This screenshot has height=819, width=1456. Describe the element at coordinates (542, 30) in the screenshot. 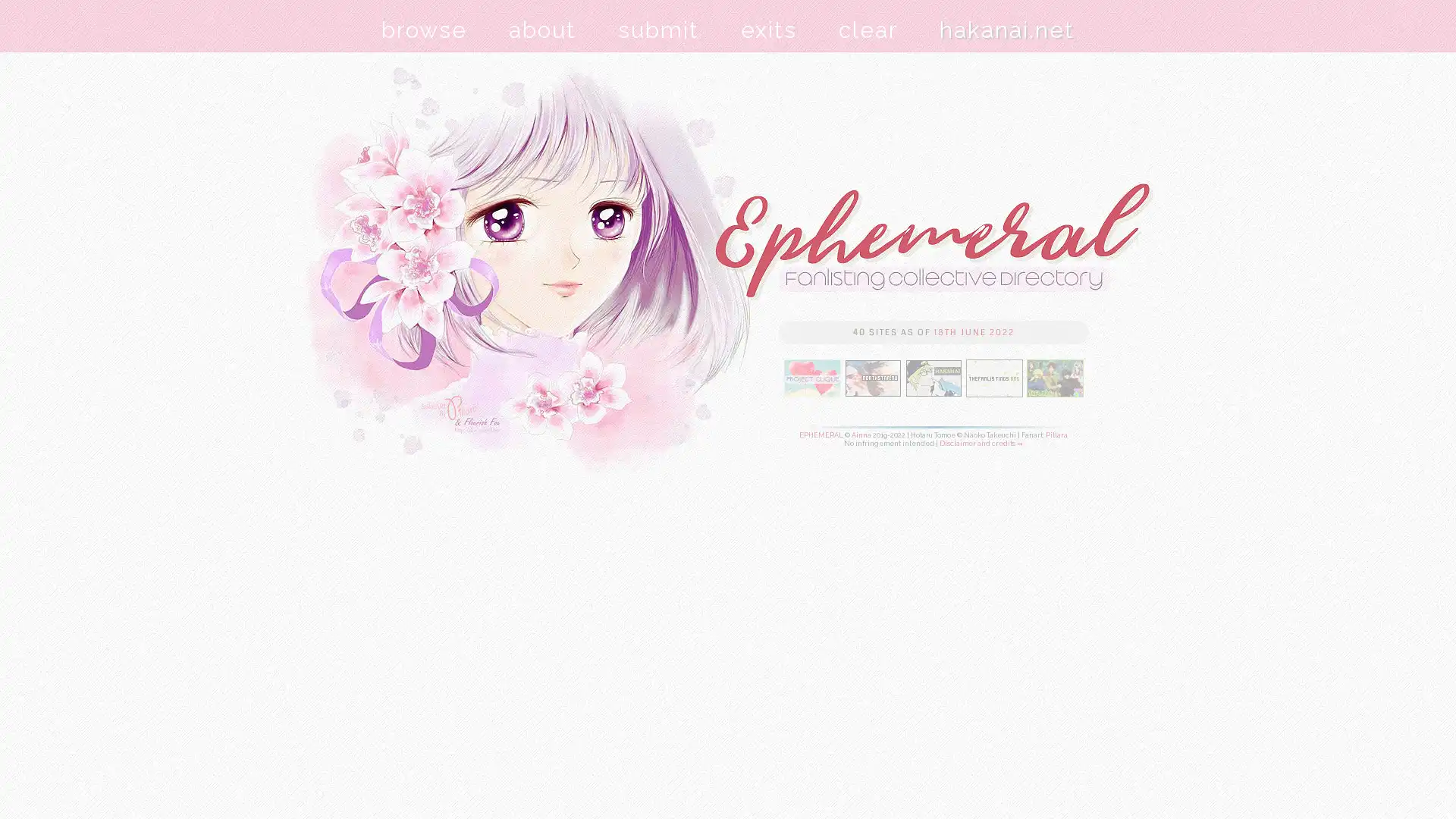

I see `about` at that location.